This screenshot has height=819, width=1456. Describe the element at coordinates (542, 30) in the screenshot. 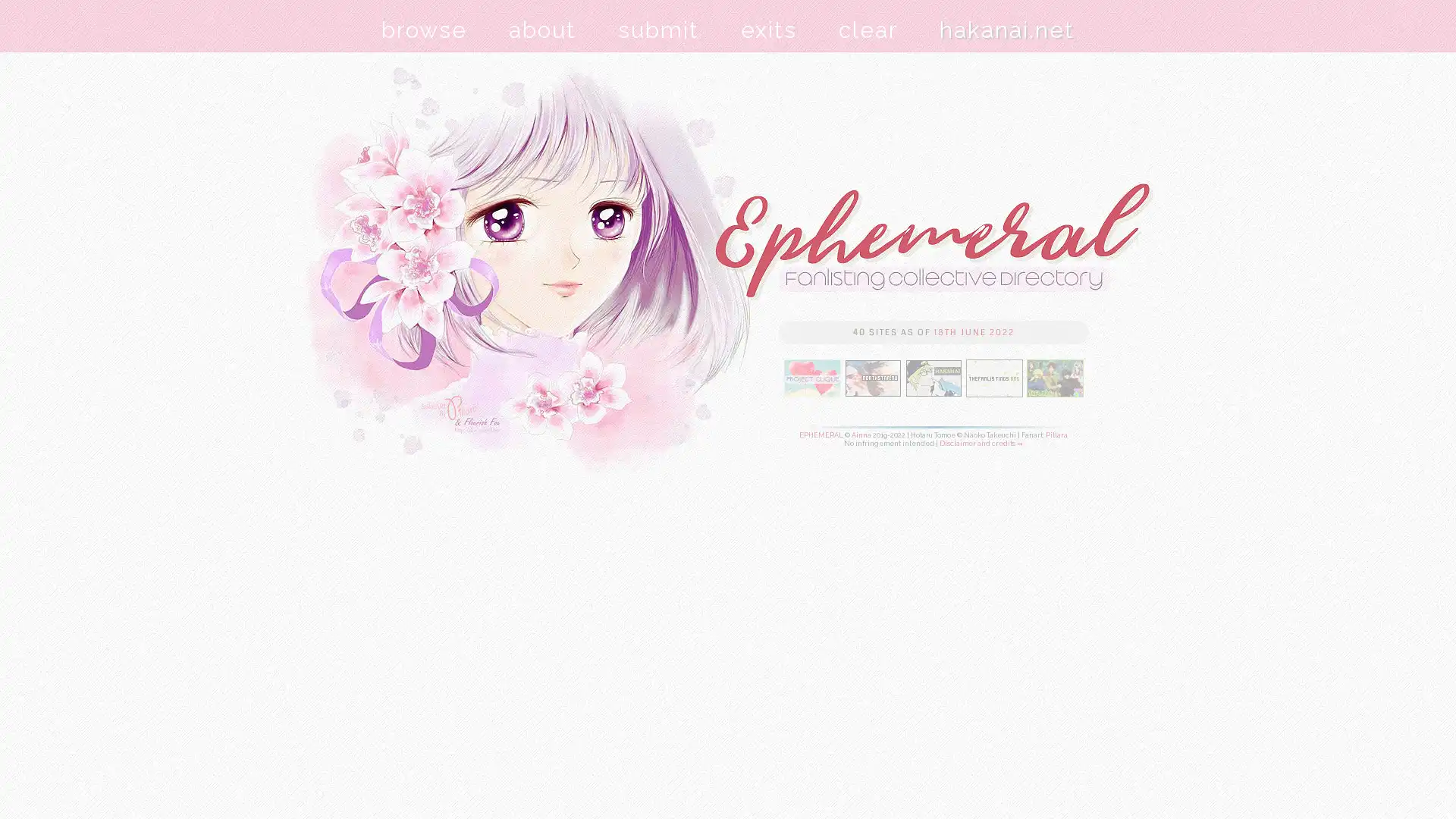

I see `about` at that location.